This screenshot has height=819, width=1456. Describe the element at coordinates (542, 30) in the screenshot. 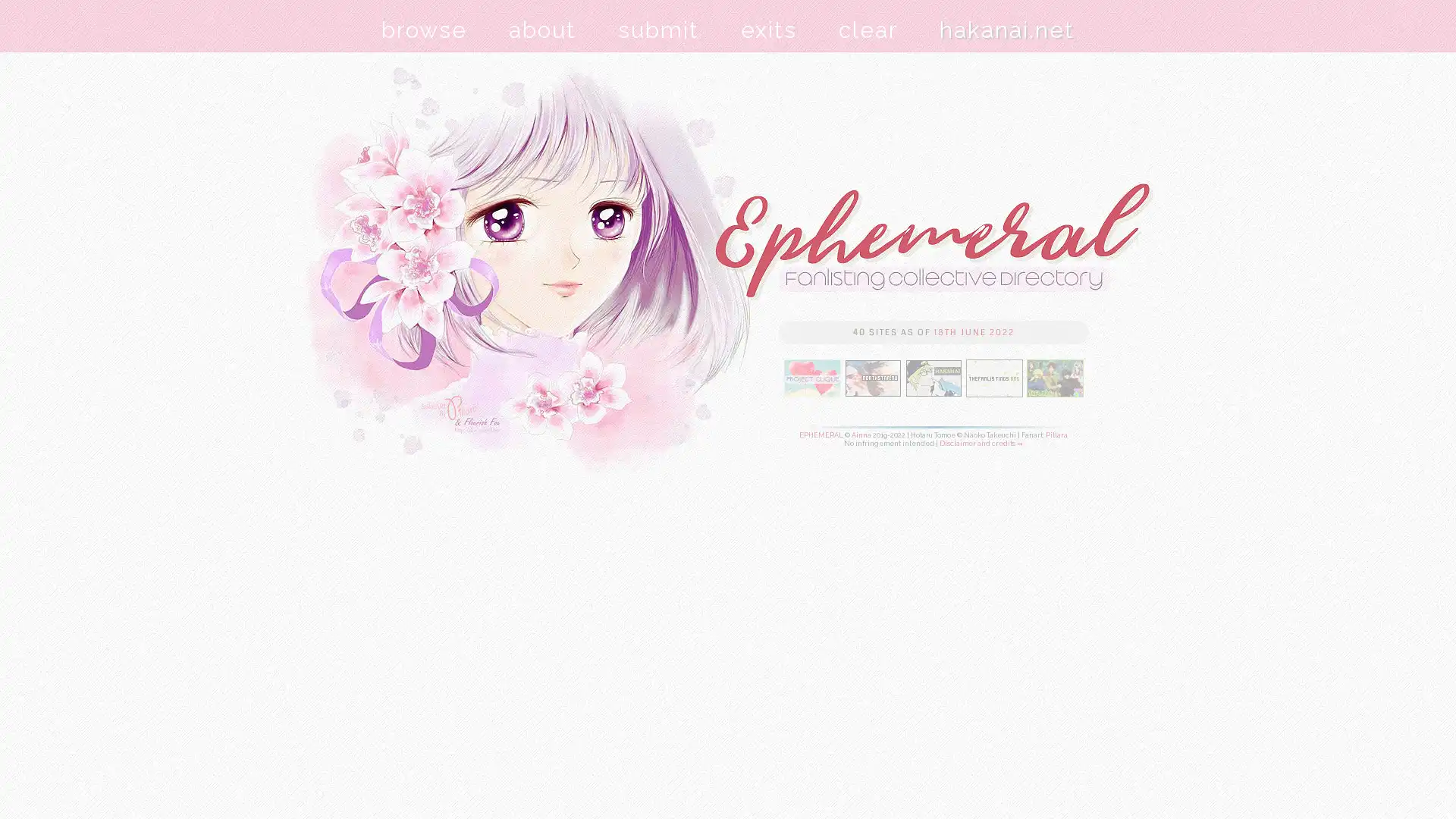

I see `about` at that location.